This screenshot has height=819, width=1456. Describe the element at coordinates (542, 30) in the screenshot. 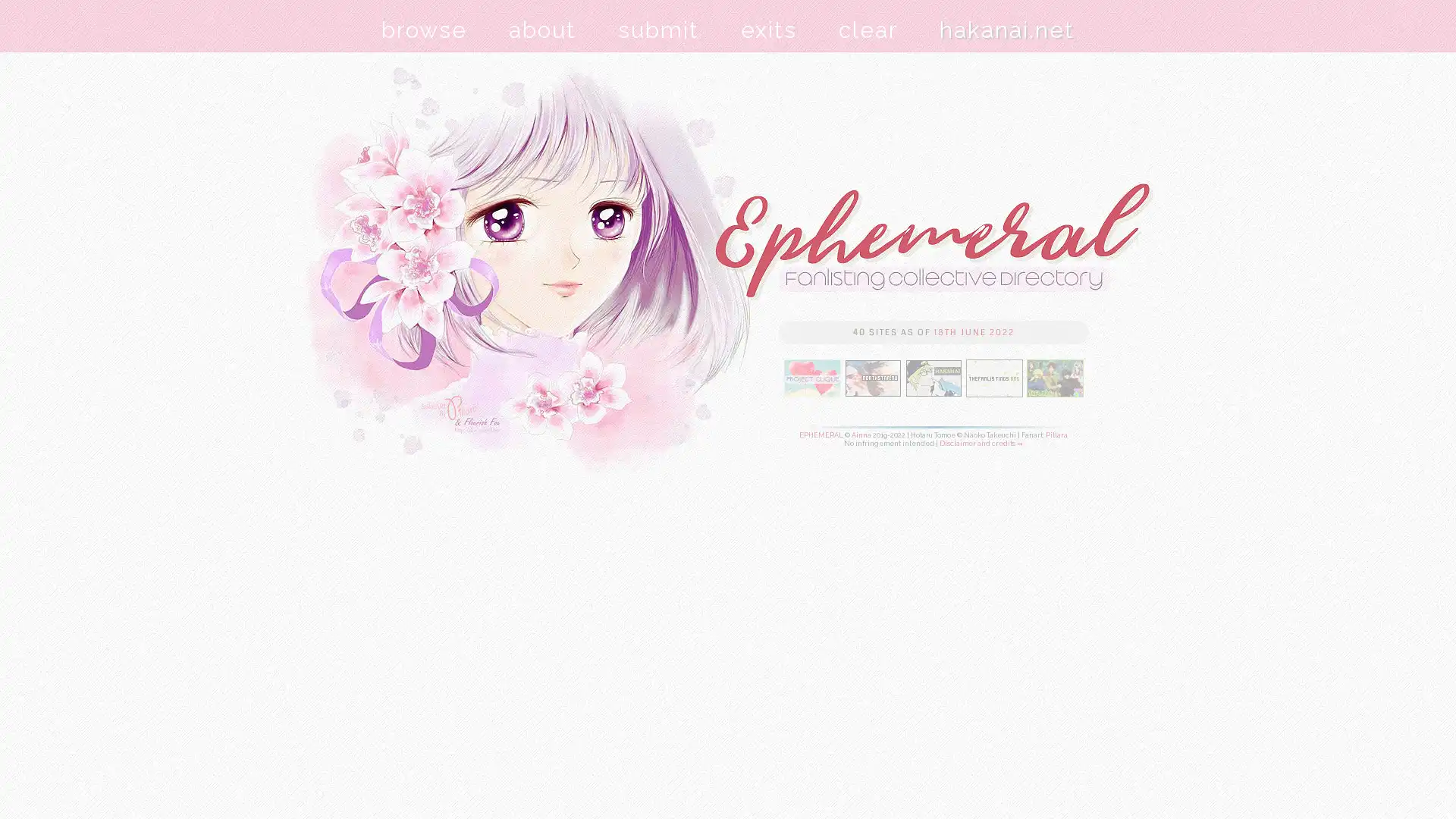

I see `about` at that location.